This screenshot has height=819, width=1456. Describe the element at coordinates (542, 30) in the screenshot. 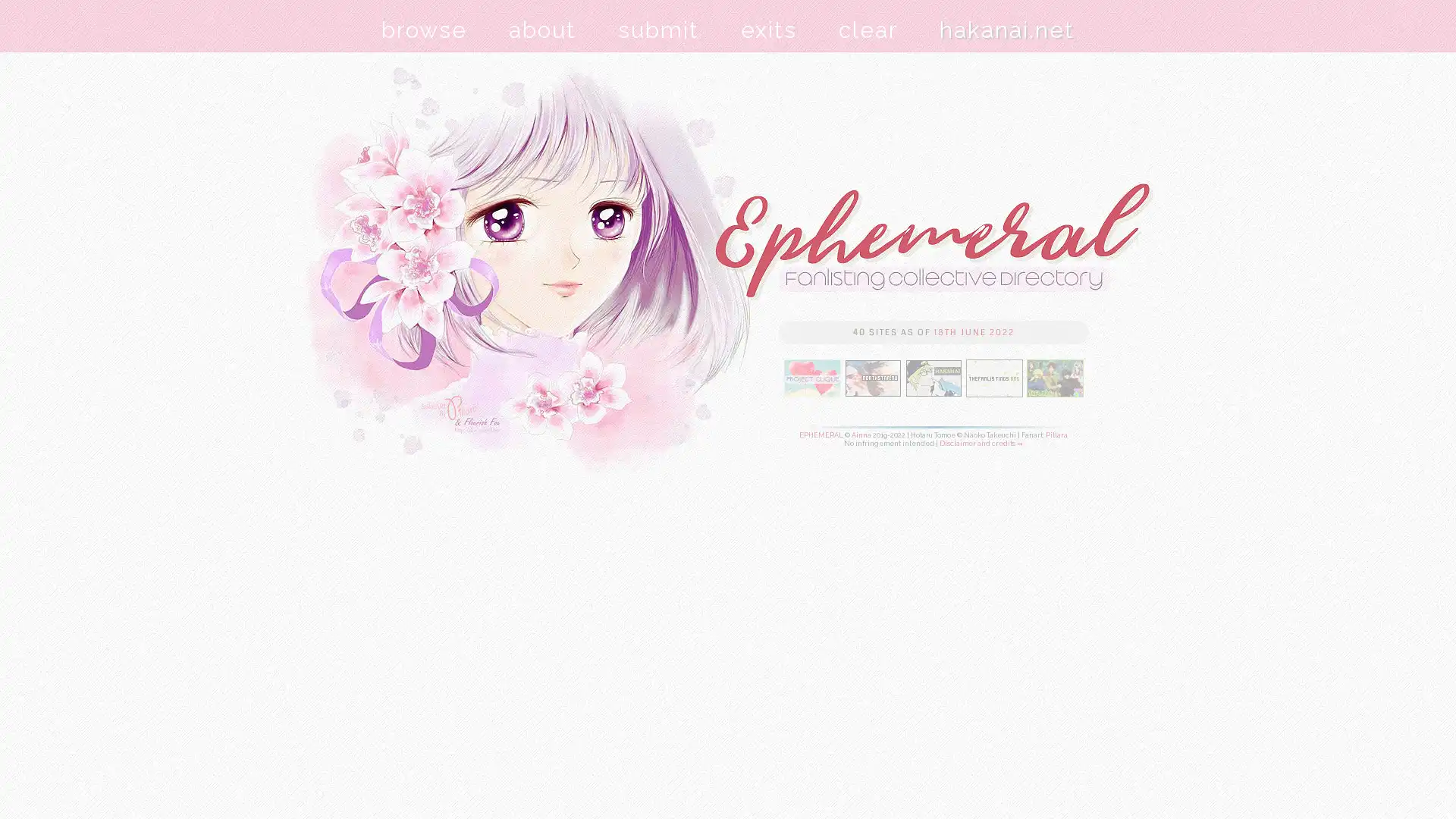

I see `about` at that location.